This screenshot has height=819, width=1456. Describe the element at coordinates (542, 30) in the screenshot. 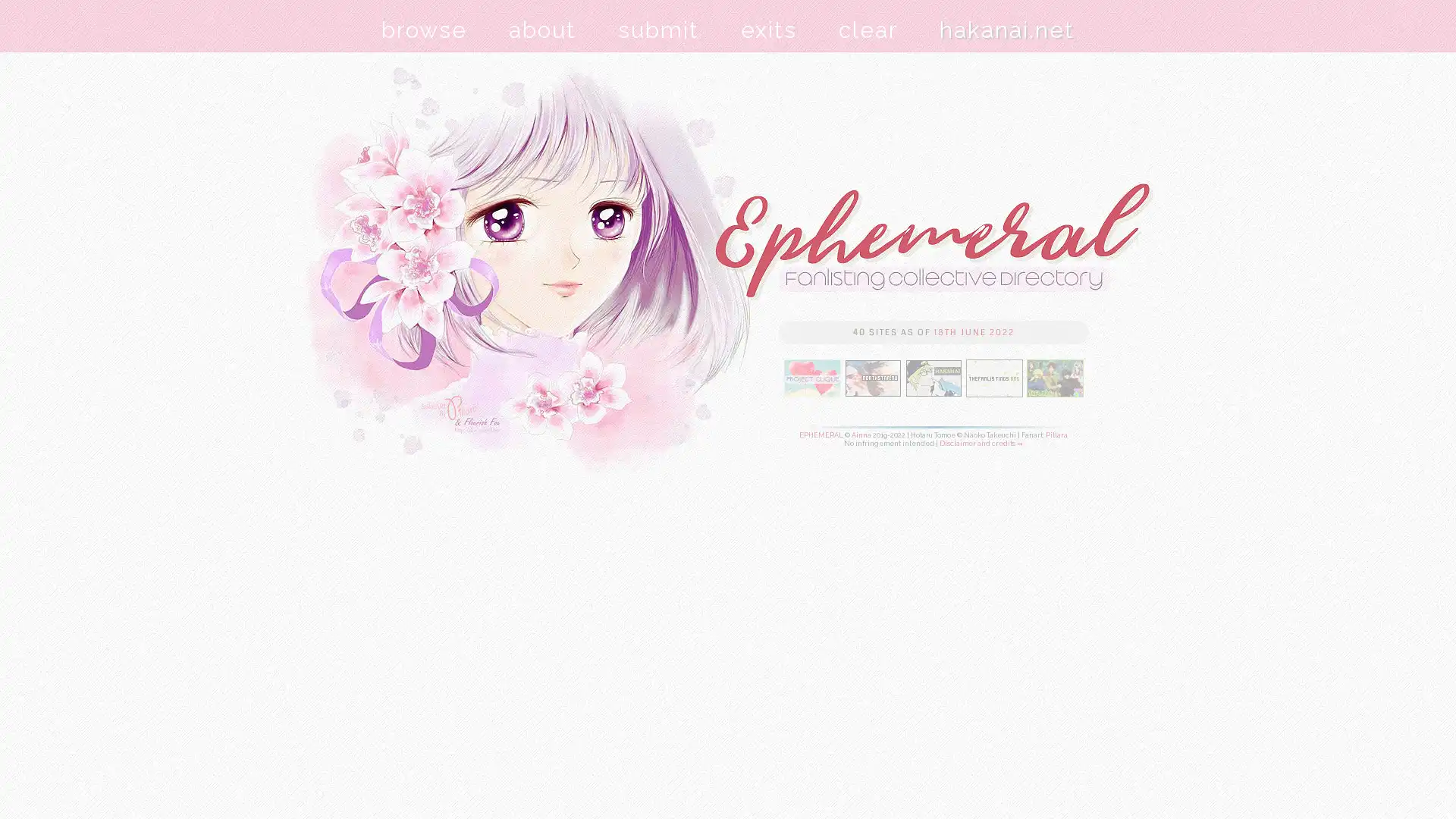

I see `about` at that location.